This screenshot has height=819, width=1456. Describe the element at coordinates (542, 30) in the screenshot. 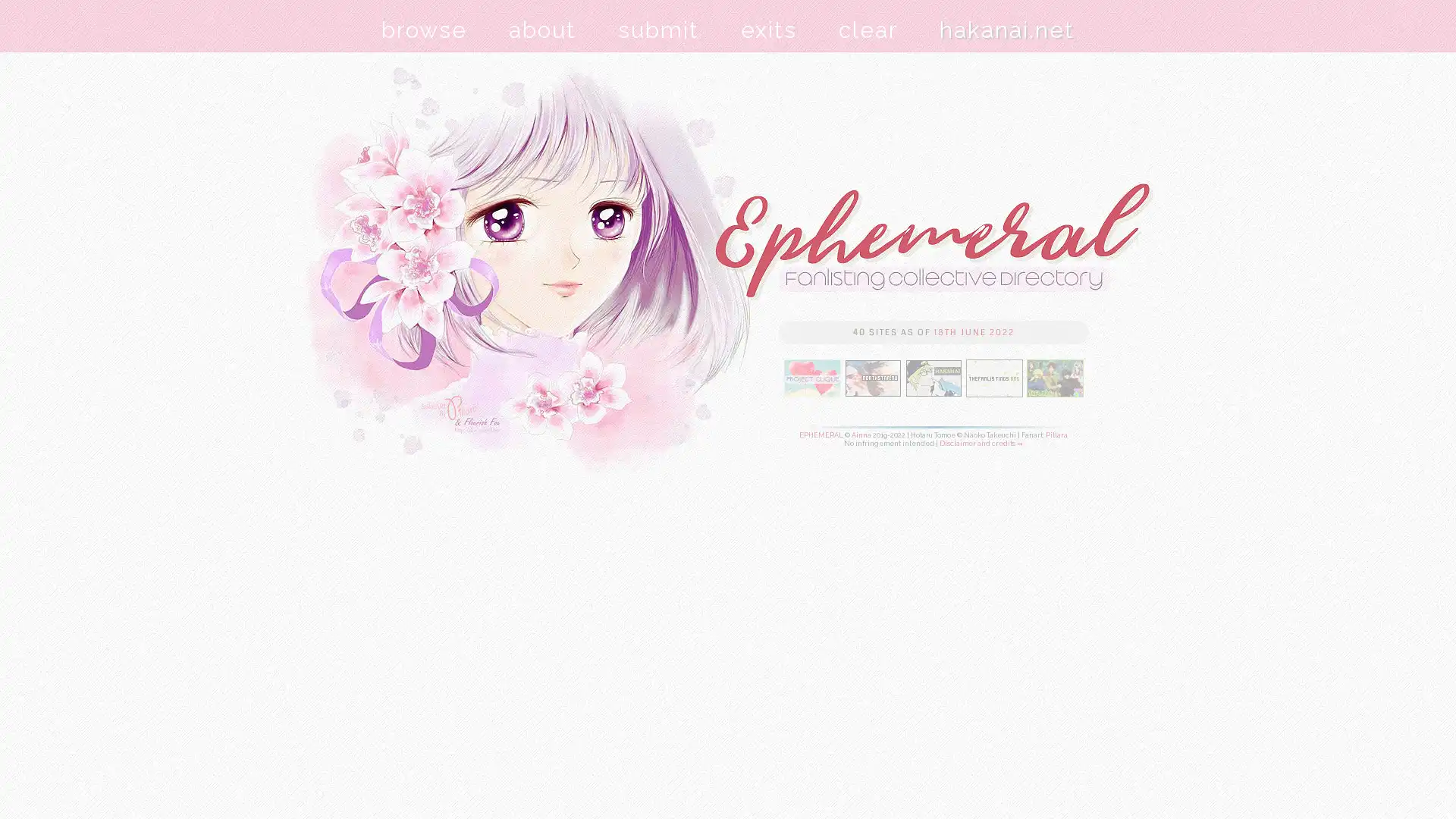

I see `about` at that location.